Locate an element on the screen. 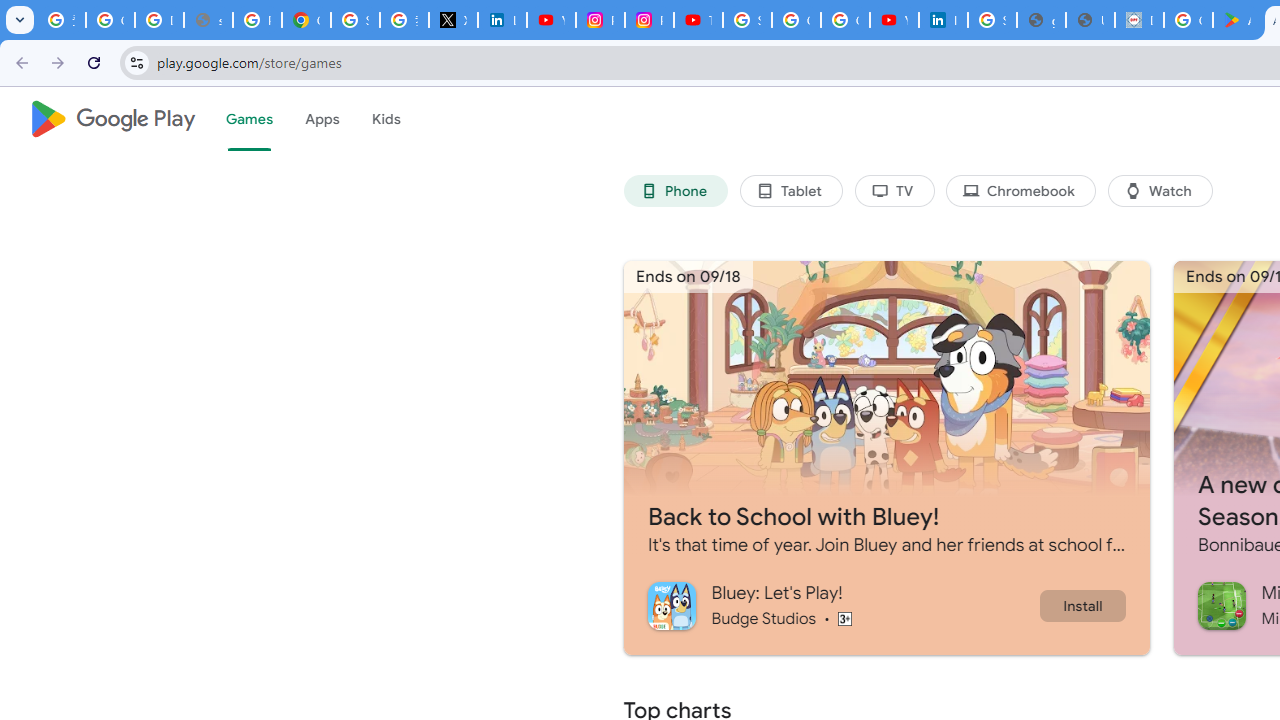 Image resolution: width=1280 pixels, height=720 pixels. 'Chromebook' is located at coordinates (1021, 191).